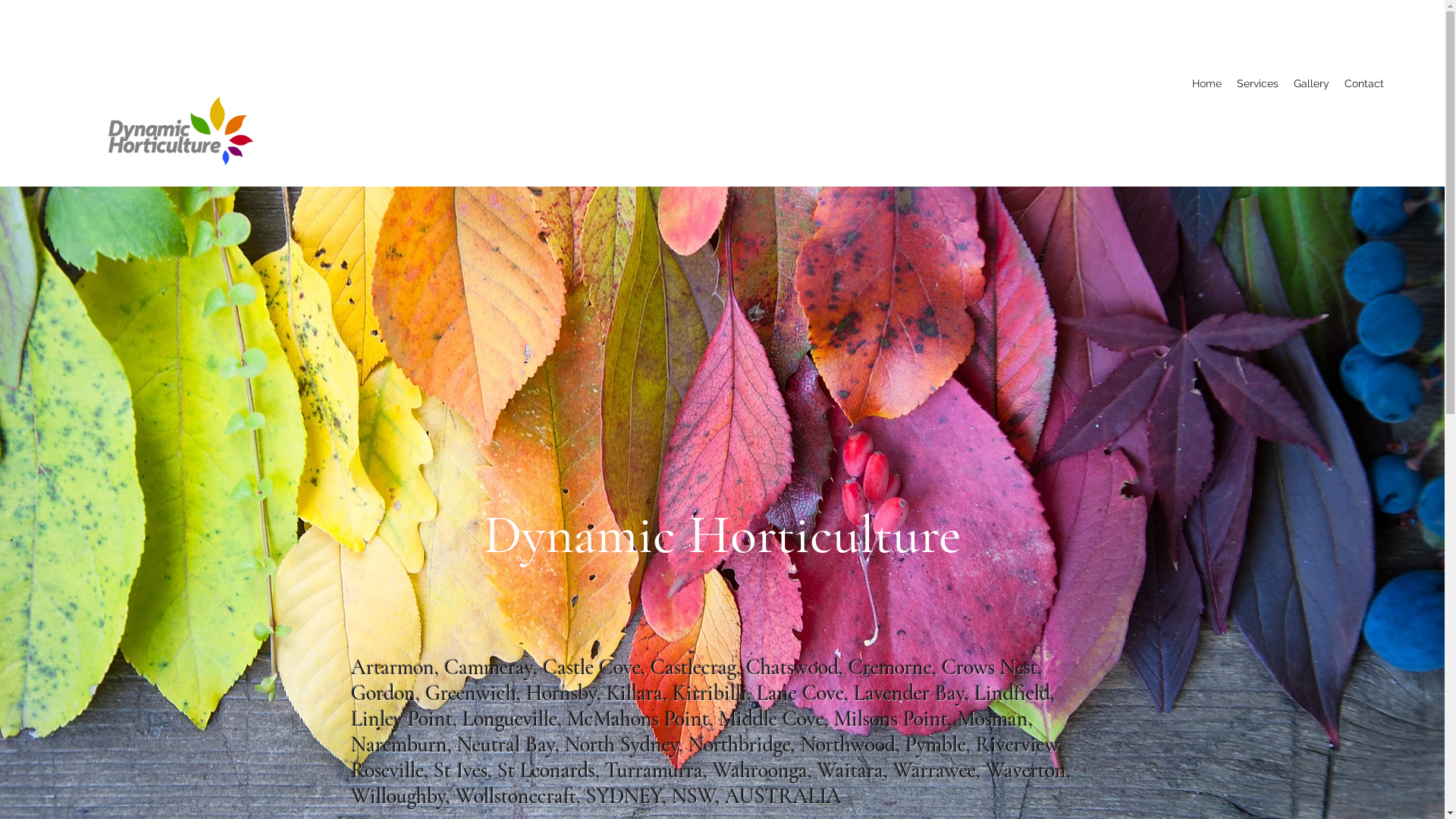 Image resolution: width=1456 pixels, height=819 pixels. Describe the element at coordinates (1257, 83) in the screenshot. I see `'Services'` at that location.